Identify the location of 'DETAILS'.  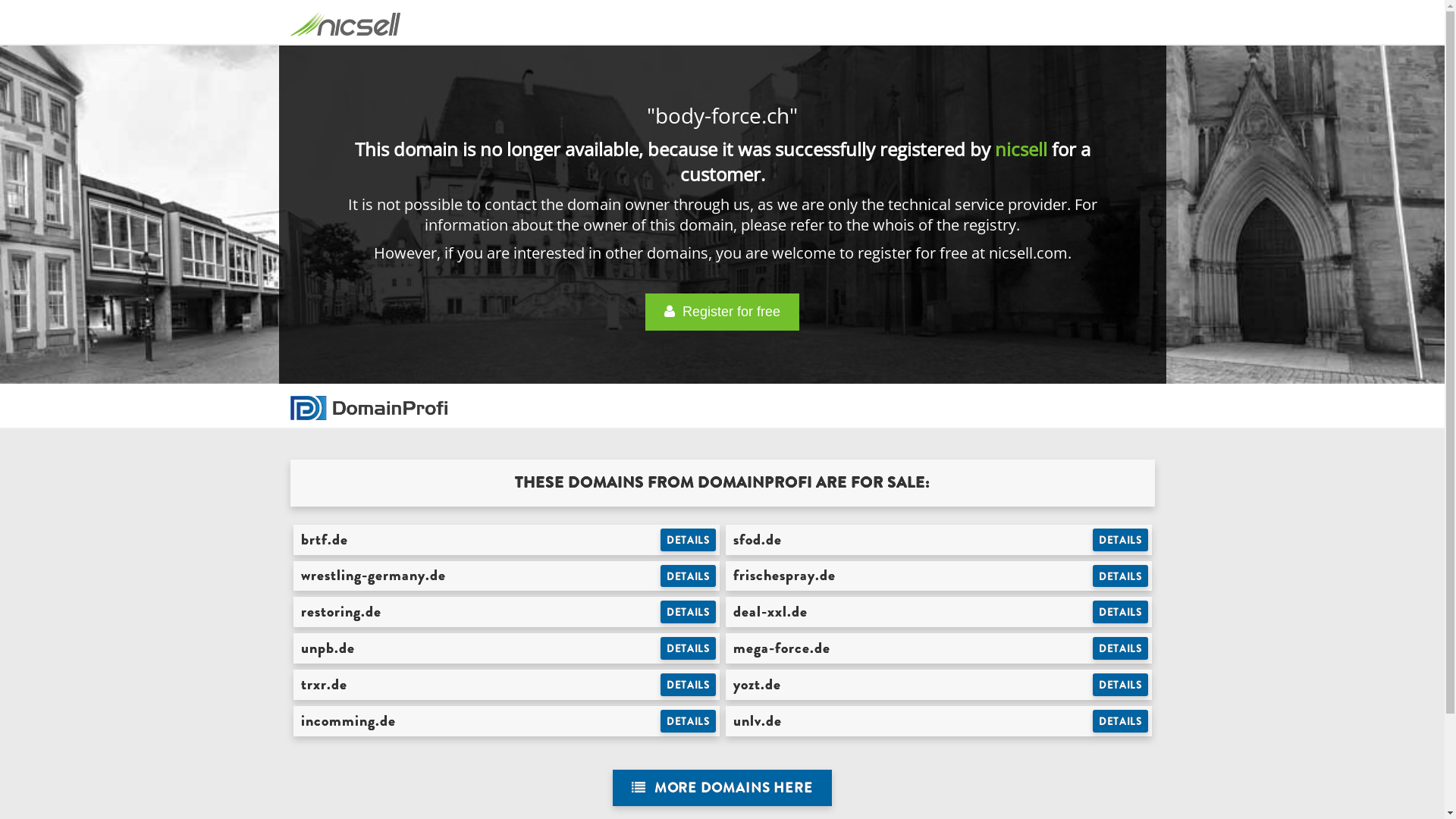
(687, 684).